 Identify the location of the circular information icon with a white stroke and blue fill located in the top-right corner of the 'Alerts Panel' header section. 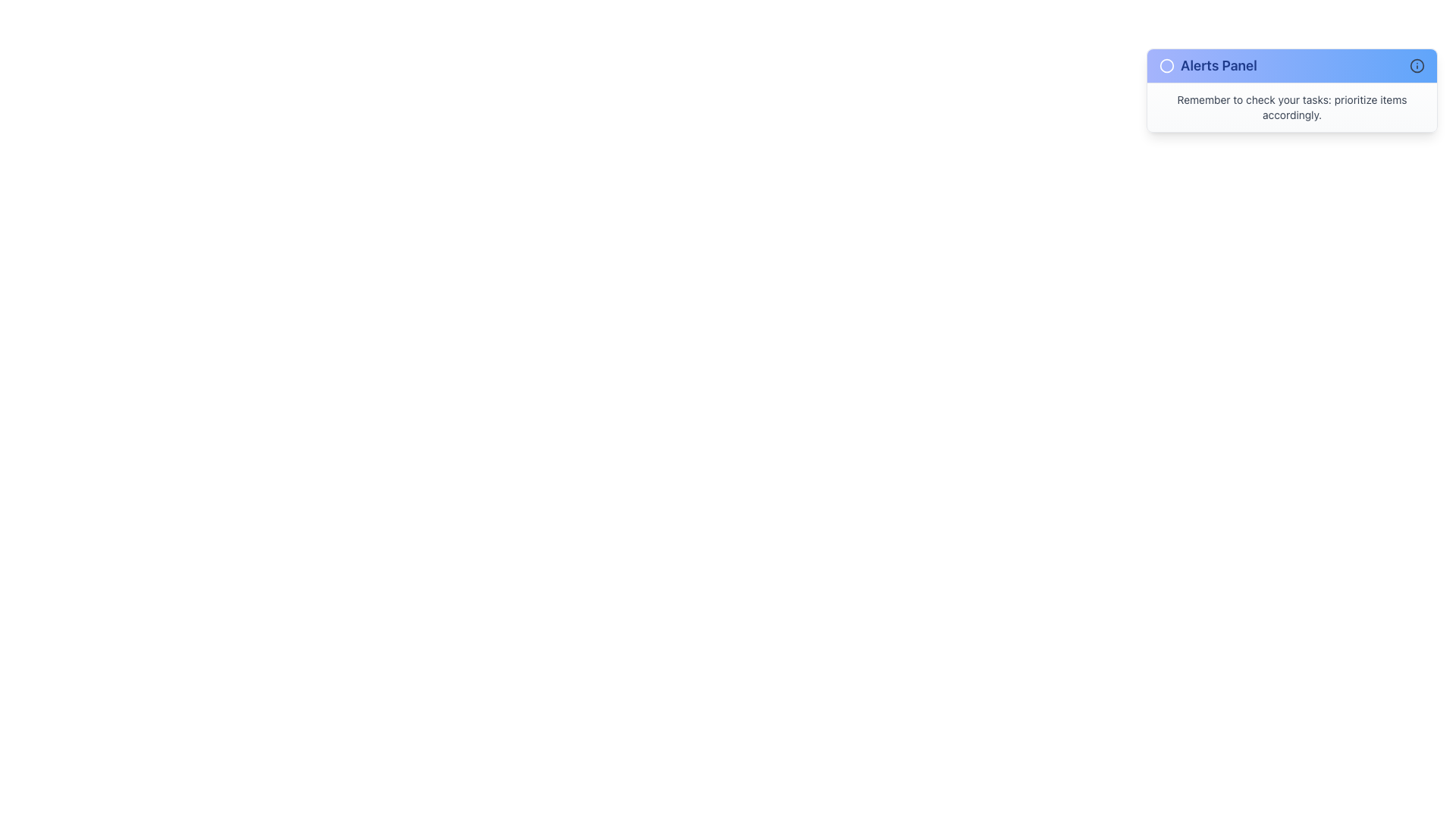
(1416, 65).